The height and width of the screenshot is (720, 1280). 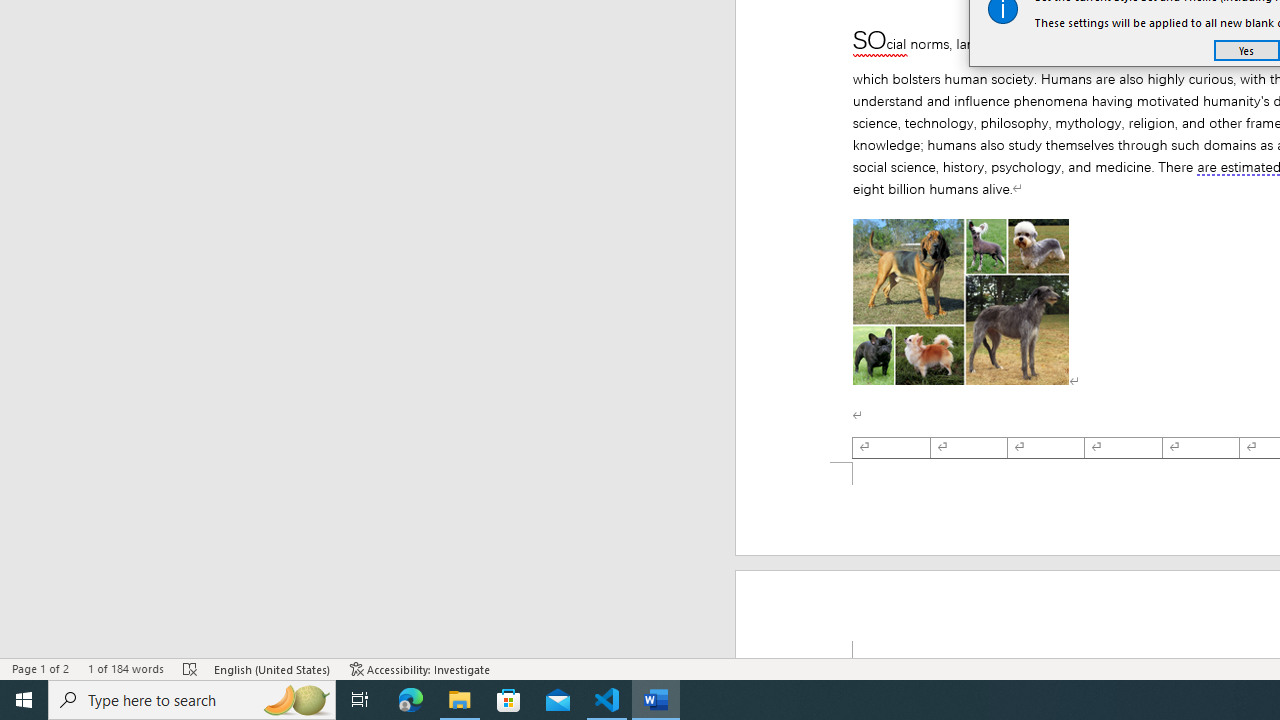 What do you see at coordinates (606, 698) in the screenshot?
I see `'Visual Studio Code - 1 running window'` at bounding box center [606, 698].